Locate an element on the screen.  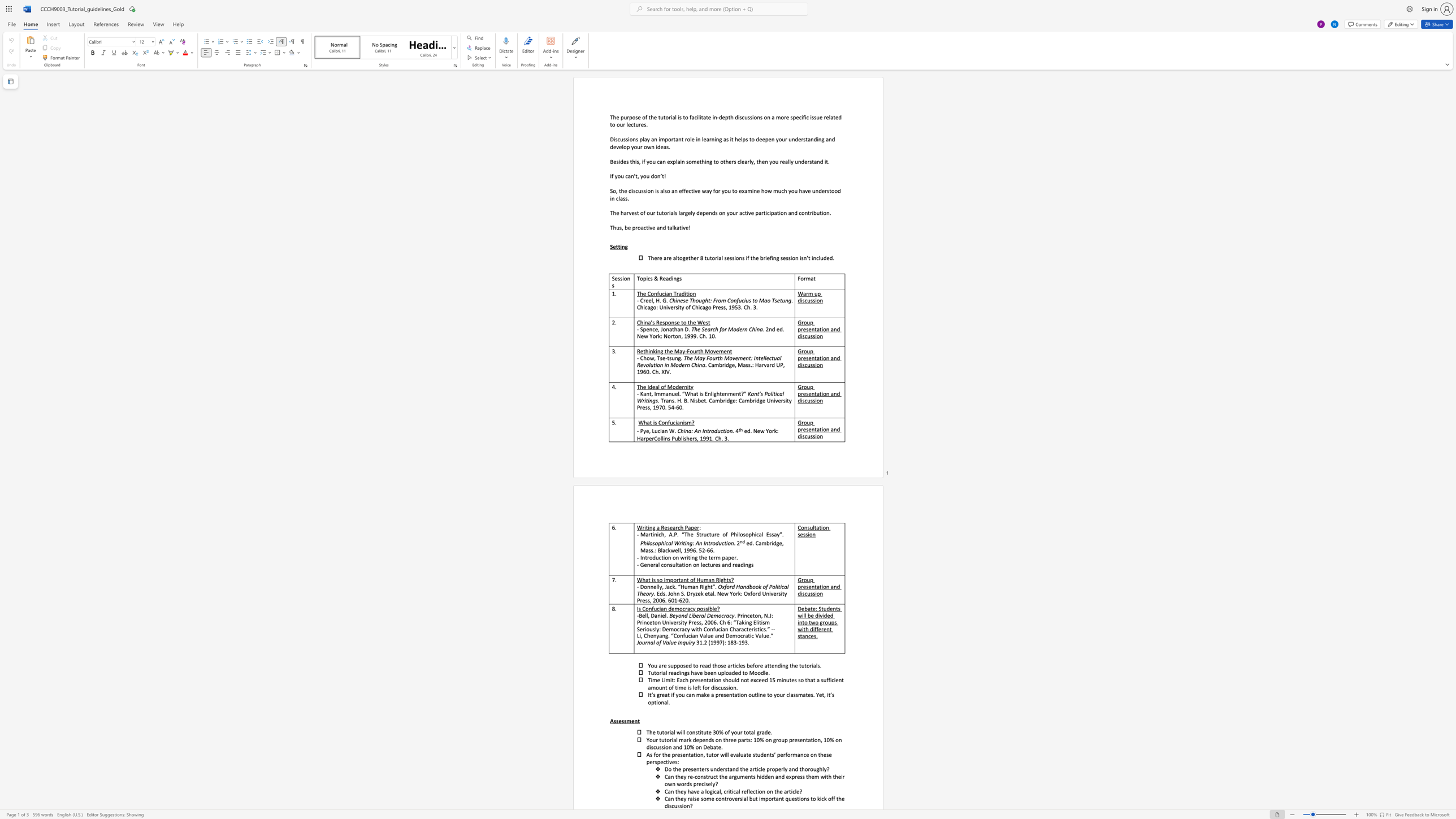
the subset text "entation and d" within the text "Group presentation and discussion" is located at coordinates (808, 329).